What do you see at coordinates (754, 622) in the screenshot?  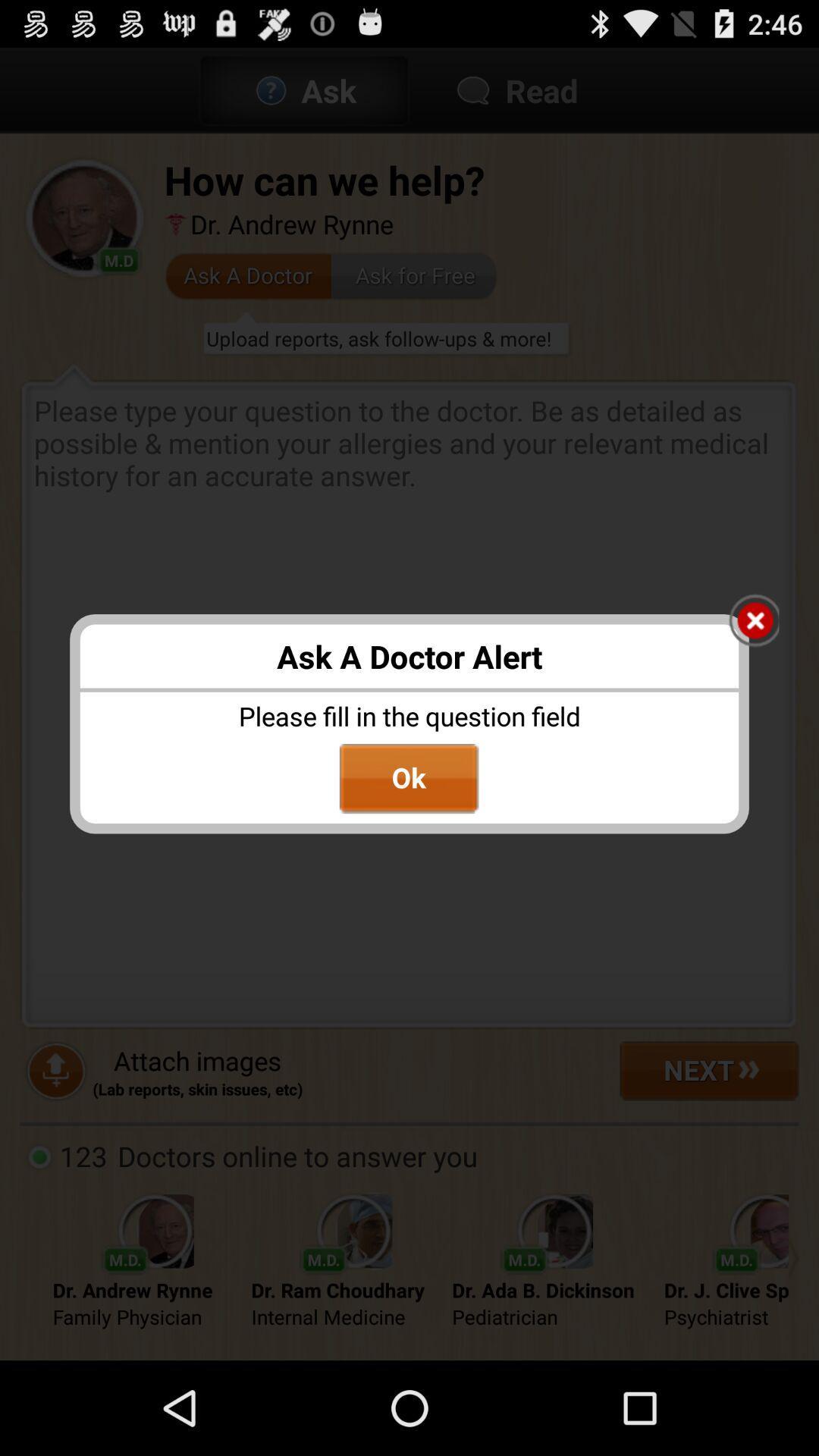 I see `the item on the right` at bounding box center [754, 622].